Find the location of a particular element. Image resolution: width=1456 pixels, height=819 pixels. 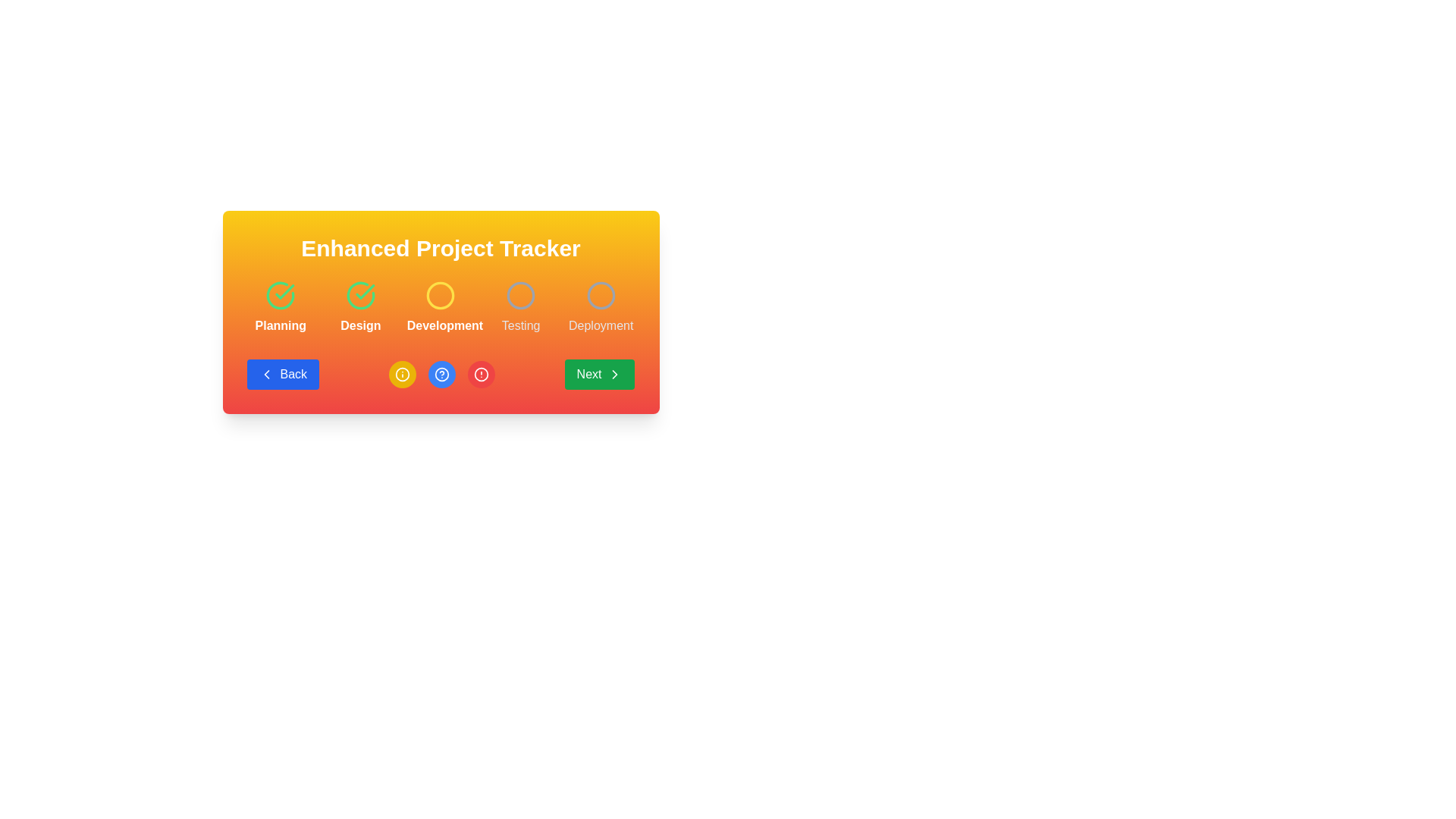

the 'Design' phase status icon with a green checkmark is located at coordinates (359, 307).